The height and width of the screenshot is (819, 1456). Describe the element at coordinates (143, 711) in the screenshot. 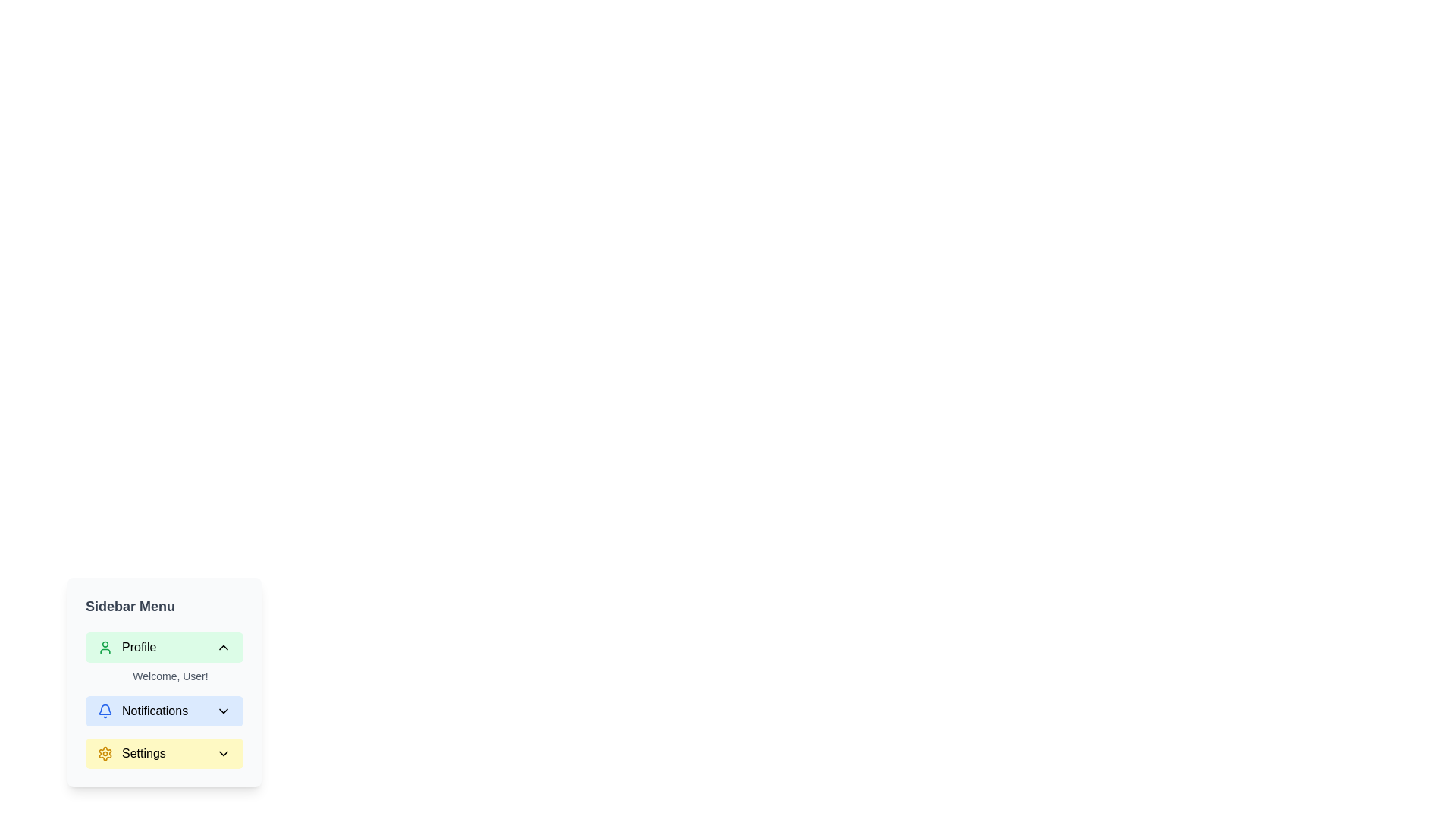

I see `the 'Notifications' label, which features a blue bell icon to its left` at that location.